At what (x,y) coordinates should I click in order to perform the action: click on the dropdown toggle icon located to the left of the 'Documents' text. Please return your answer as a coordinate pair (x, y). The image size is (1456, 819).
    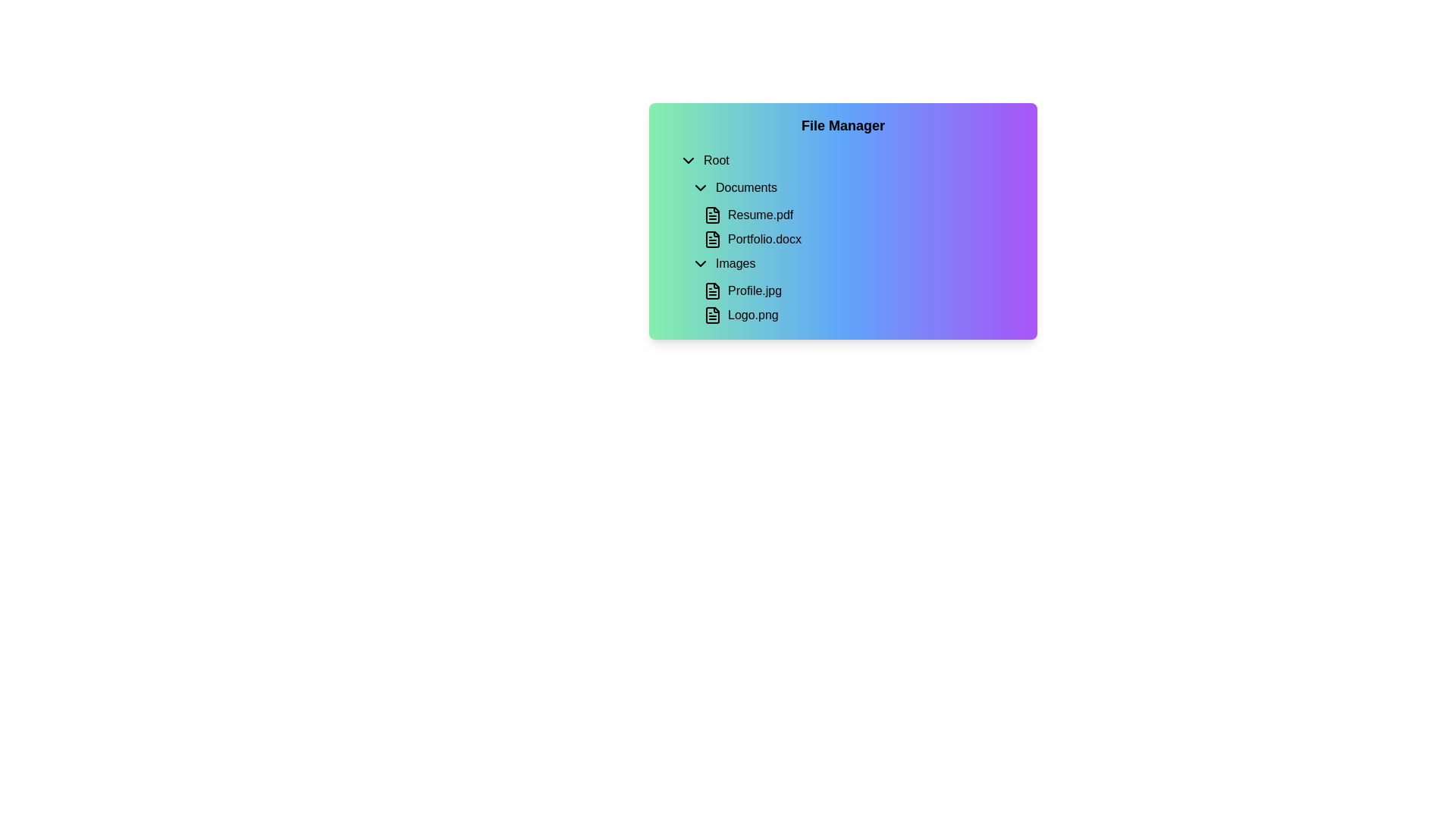
    Looking at the image, I should click on (700, 187).